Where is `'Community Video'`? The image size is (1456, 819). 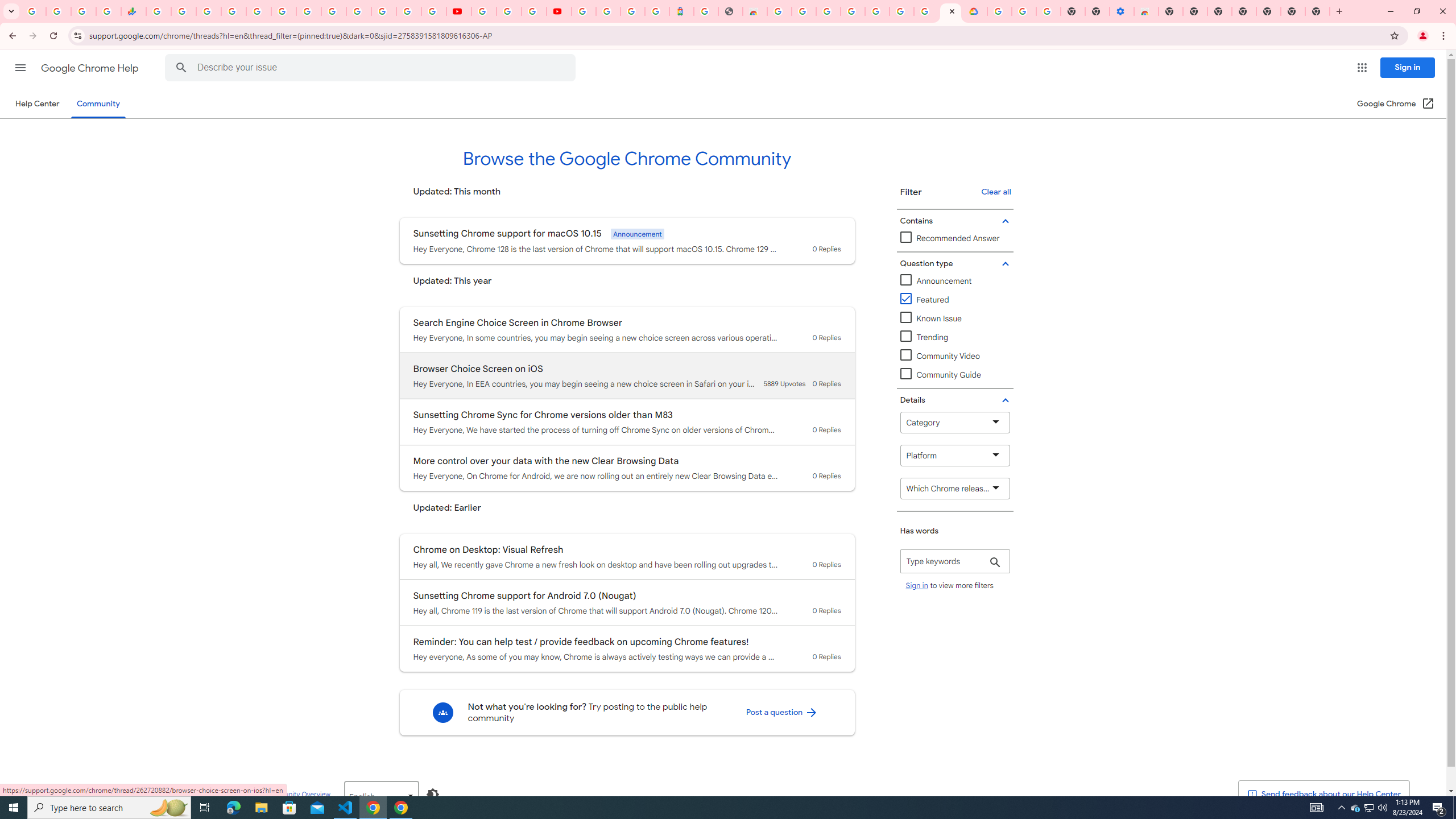 'Community Video' is located at coordinates (955, 355).